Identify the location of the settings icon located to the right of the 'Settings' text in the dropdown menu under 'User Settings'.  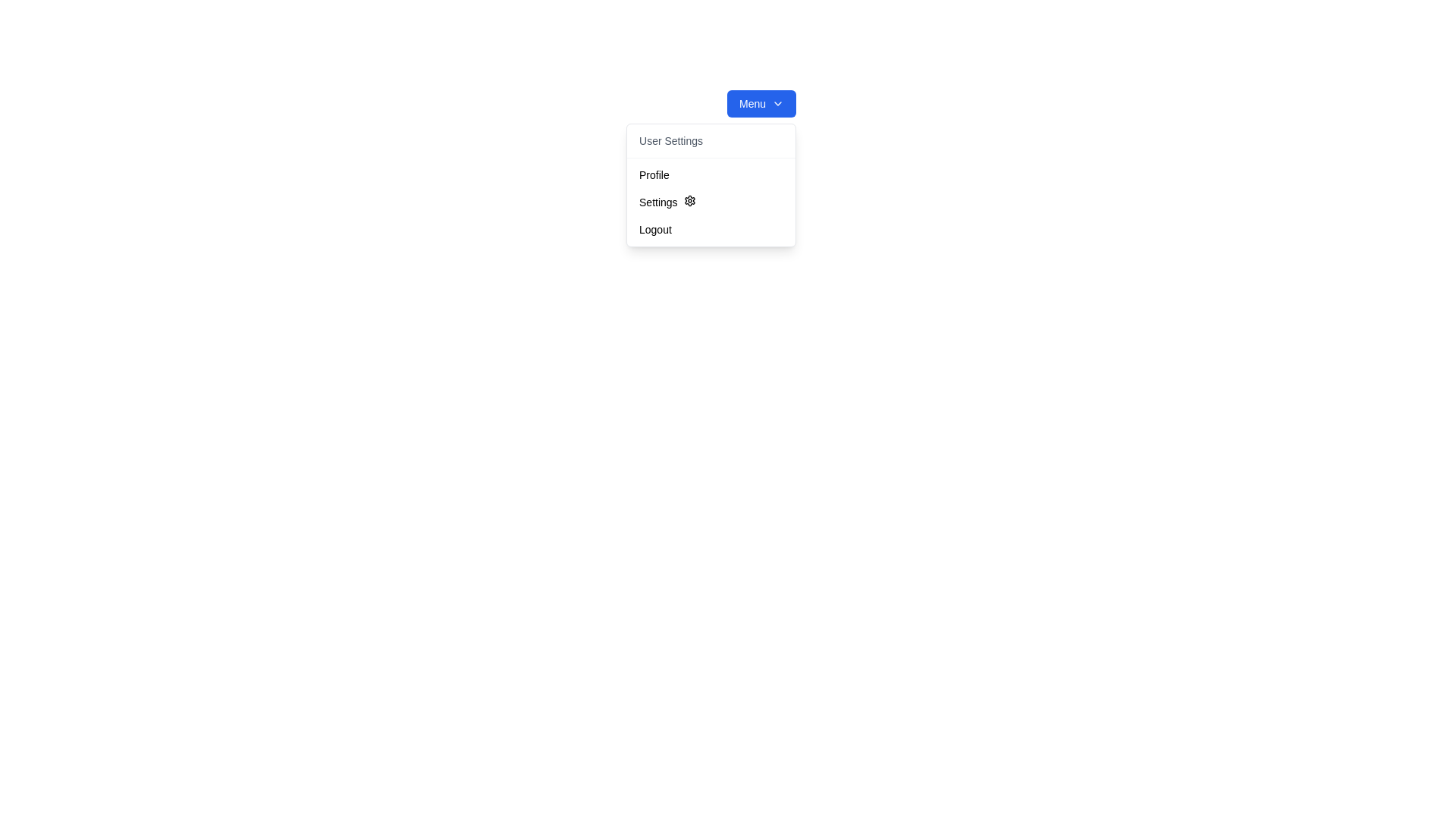
(689, 200).